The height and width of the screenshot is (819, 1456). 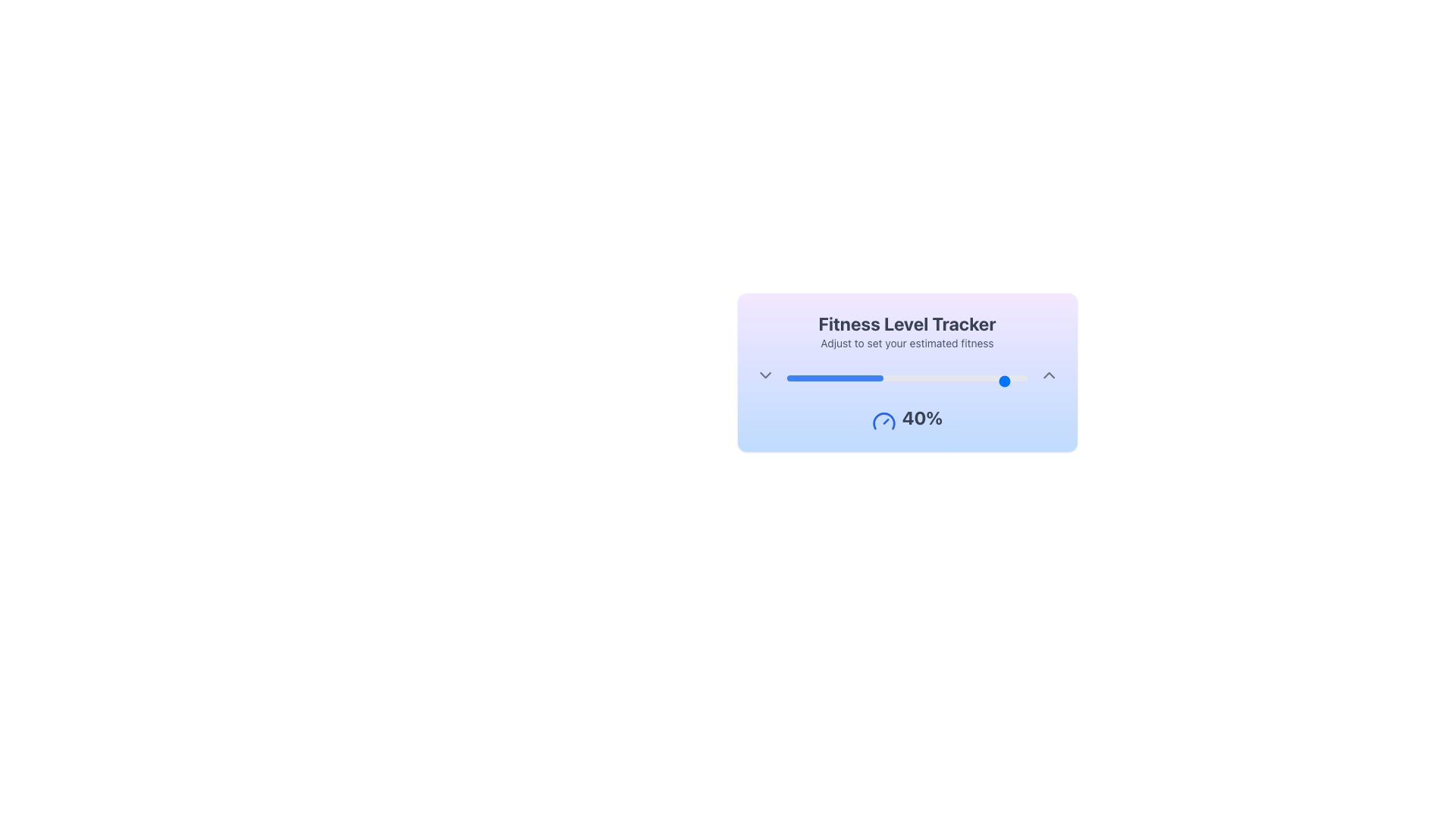 I want to click on the Progress bar that visually indicates a 40% completion level, located below the 'Fitness Level Tracker' text, so click(x=834, y=377).